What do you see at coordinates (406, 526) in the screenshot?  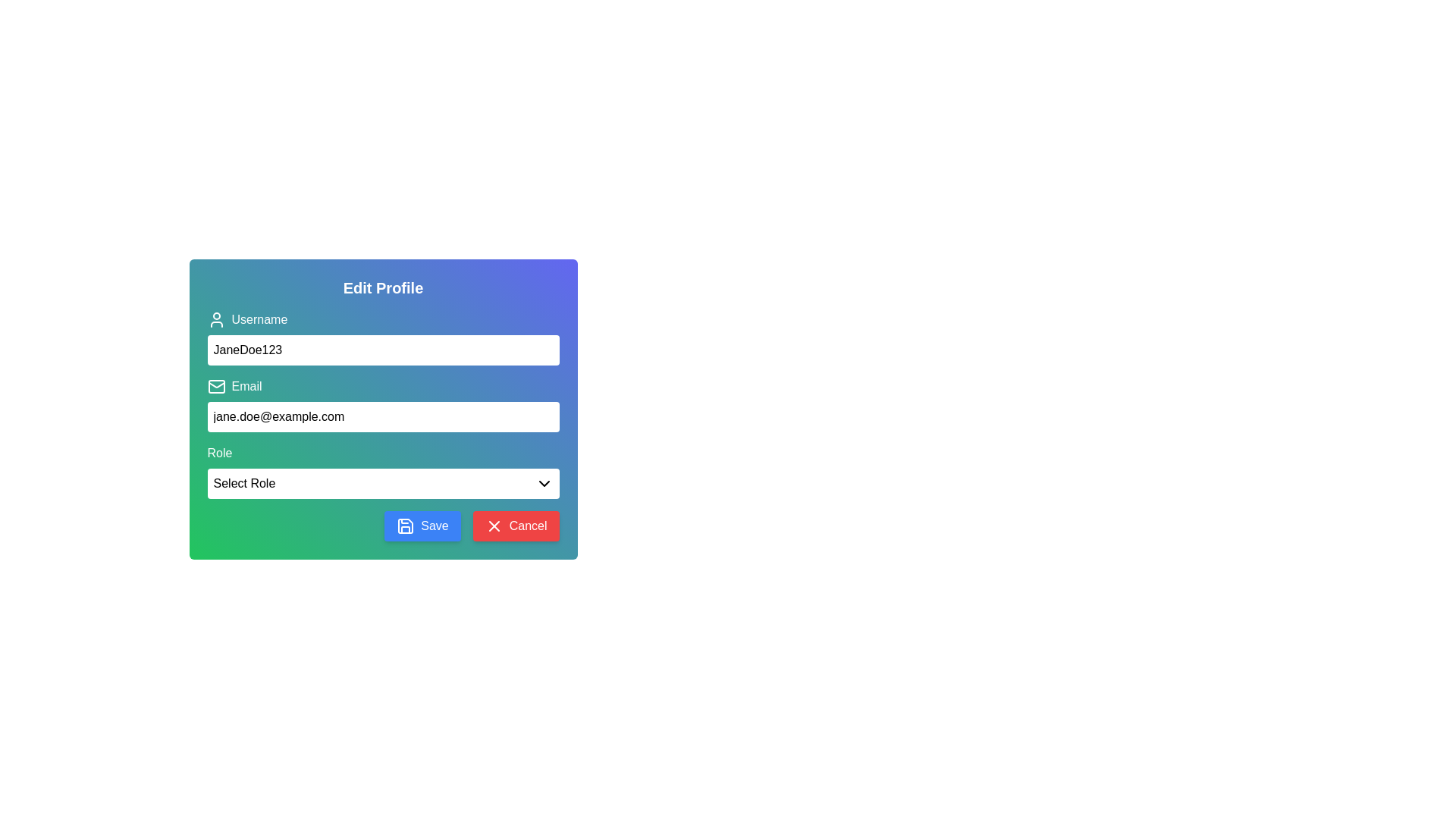 I see `the SVG icon representing the save command located within the blue 'Save' button at the bottom left of the profile editing form to potentially reveal visual feedback` at bounding box center [406, 526].